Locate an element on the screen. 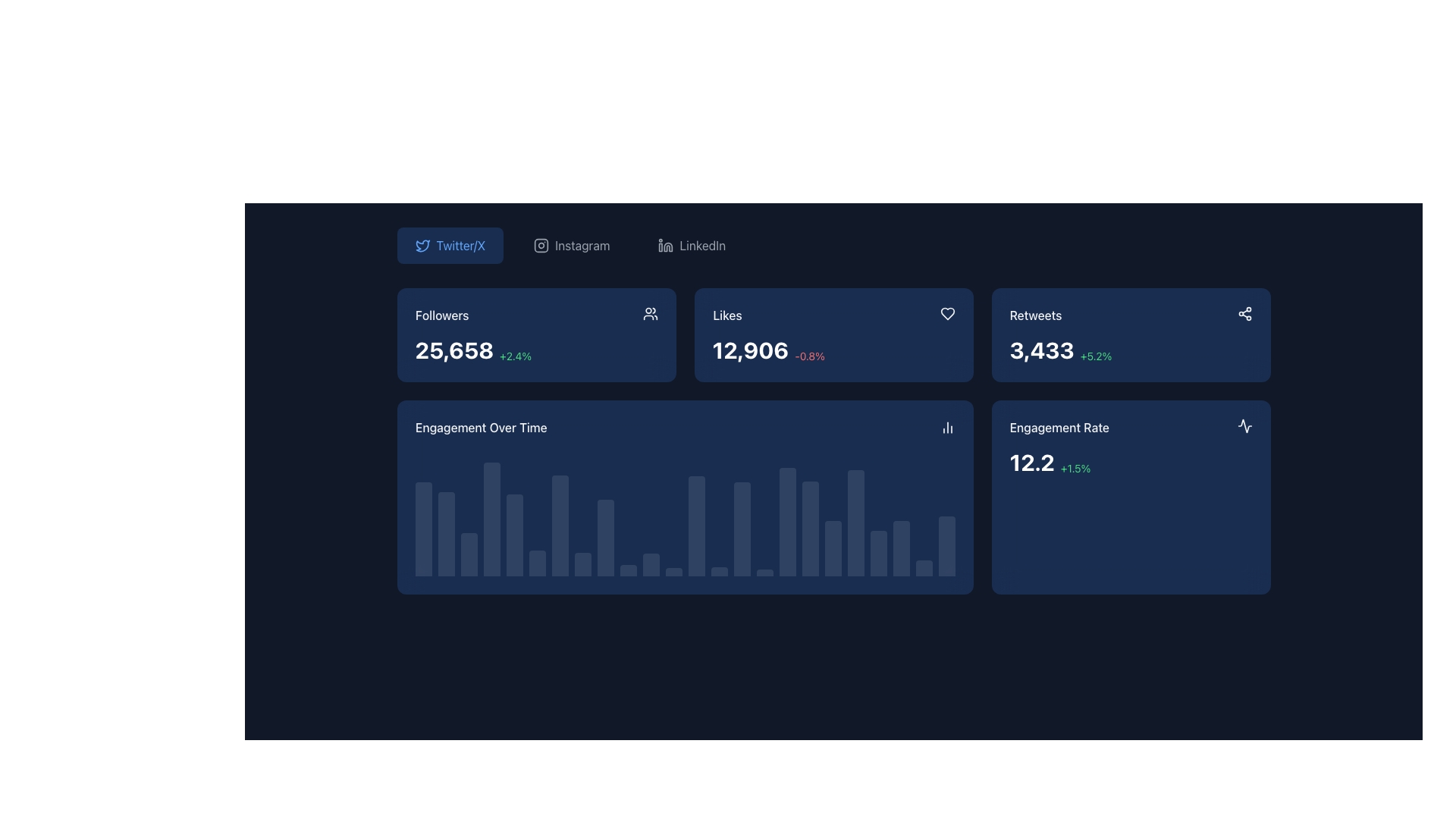 This screenshot has height=819, width=1456. the static text element indicating the percentage change in 'Likes', which is rendered in red and positioned below the card title within the 'Likes' information card is located at coordinates (807, 356).